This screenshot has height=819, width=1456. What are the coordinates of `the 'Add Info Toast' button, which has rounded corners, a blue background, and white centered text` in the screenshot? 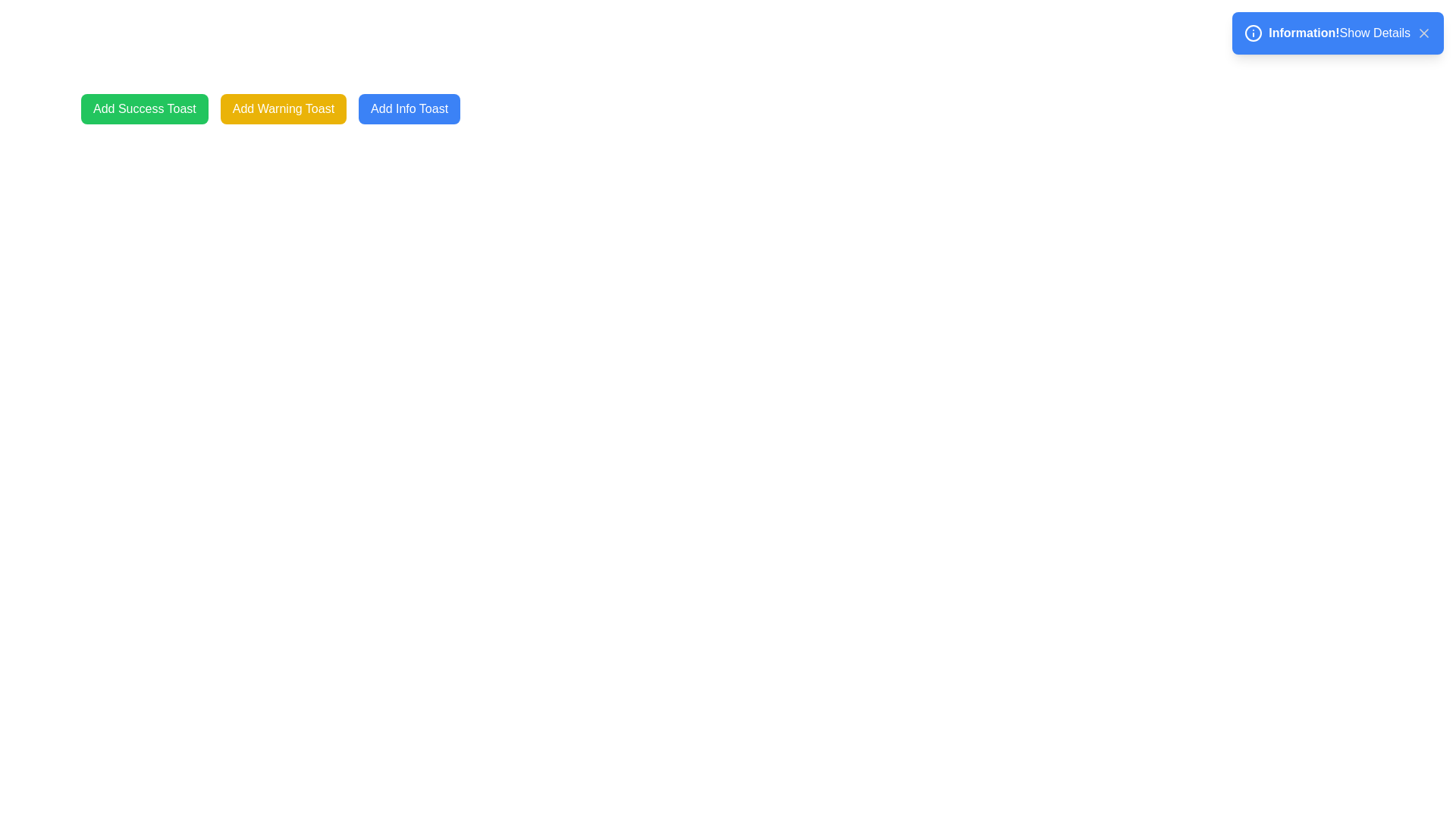 It's located at (409, 108).